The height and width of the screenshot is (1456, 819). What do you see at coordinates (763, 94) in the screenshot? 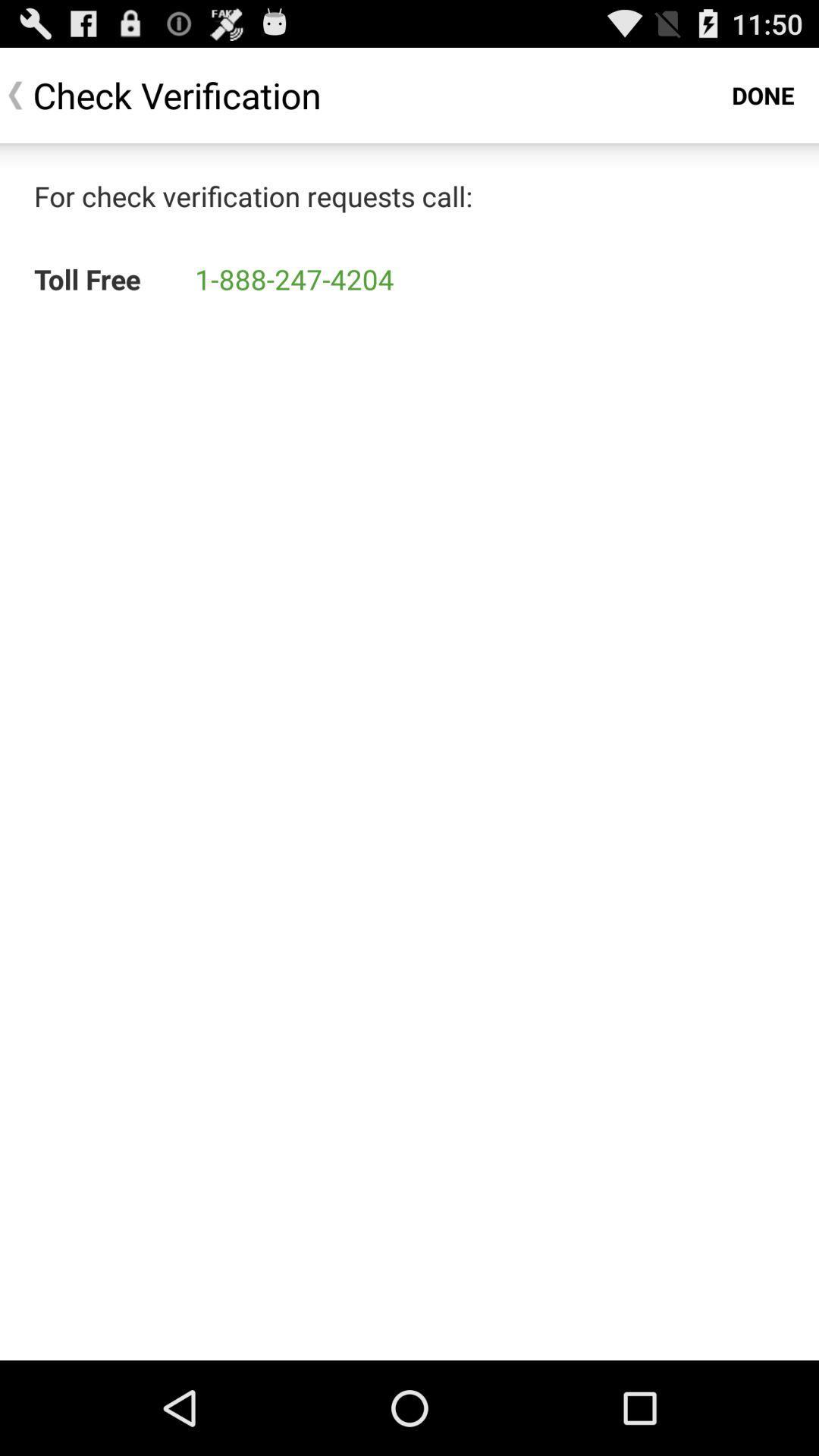
I see `the app next to the check verification` at bounding box center [763, 94].